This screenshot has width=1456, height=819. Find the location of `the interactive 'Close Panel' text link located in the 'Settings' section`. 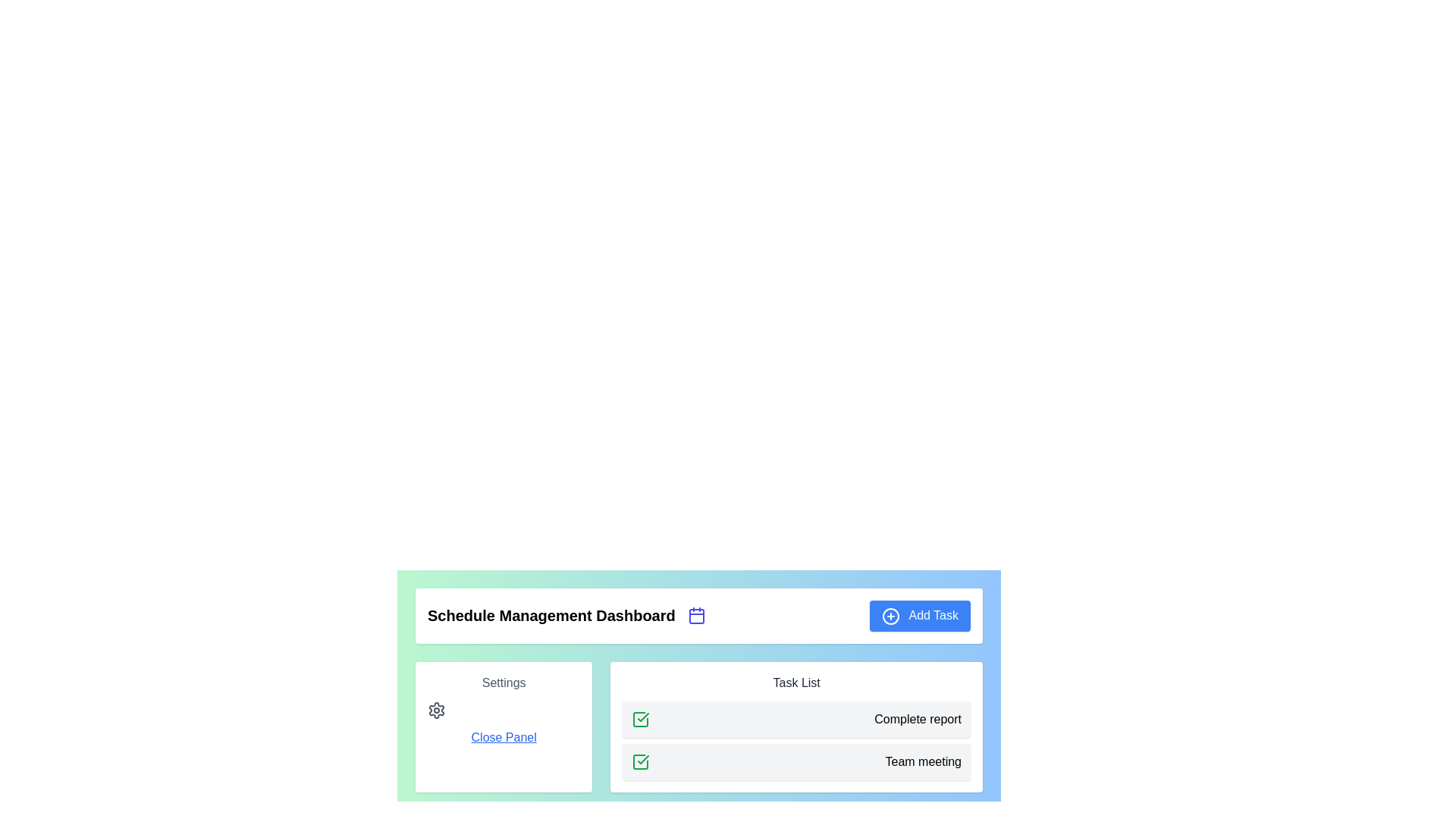

the interactive 'Close Panel' text link located in the 'Settings' section is located at coordinates (504, 736).